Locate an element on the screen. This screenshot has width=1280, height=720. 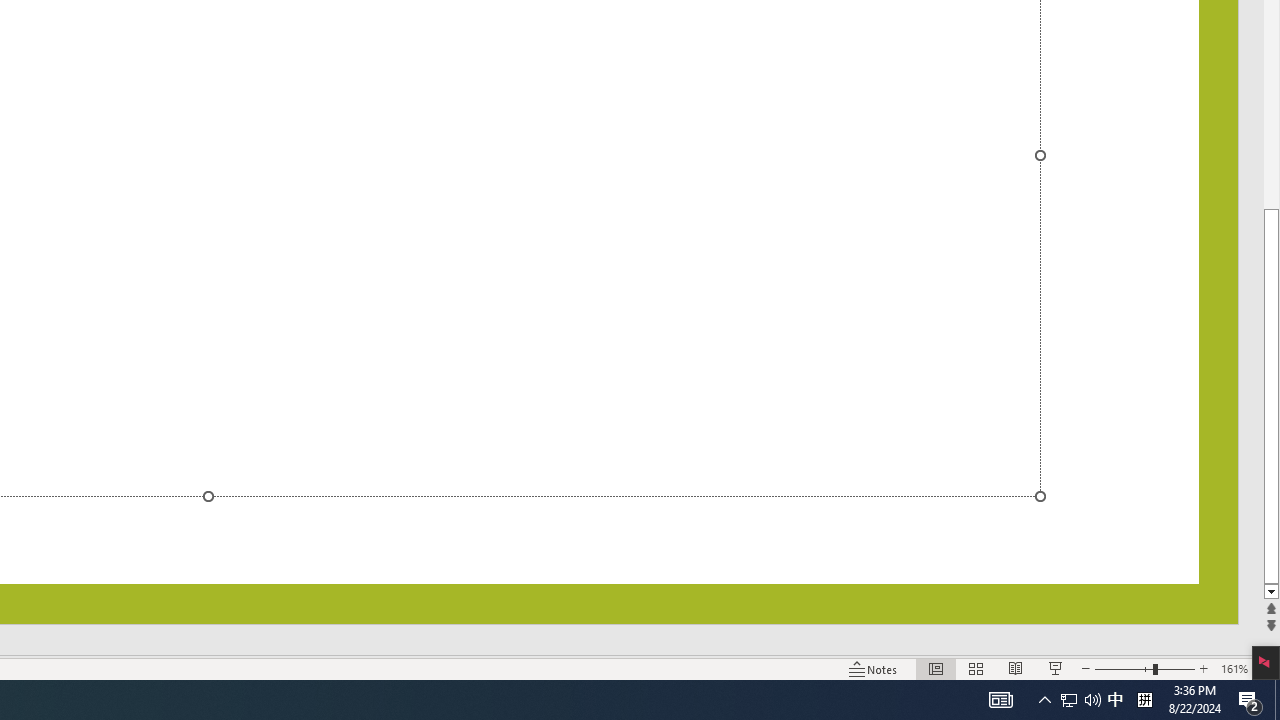
'Zoom 161%' is located at coordinates (1233, 669).